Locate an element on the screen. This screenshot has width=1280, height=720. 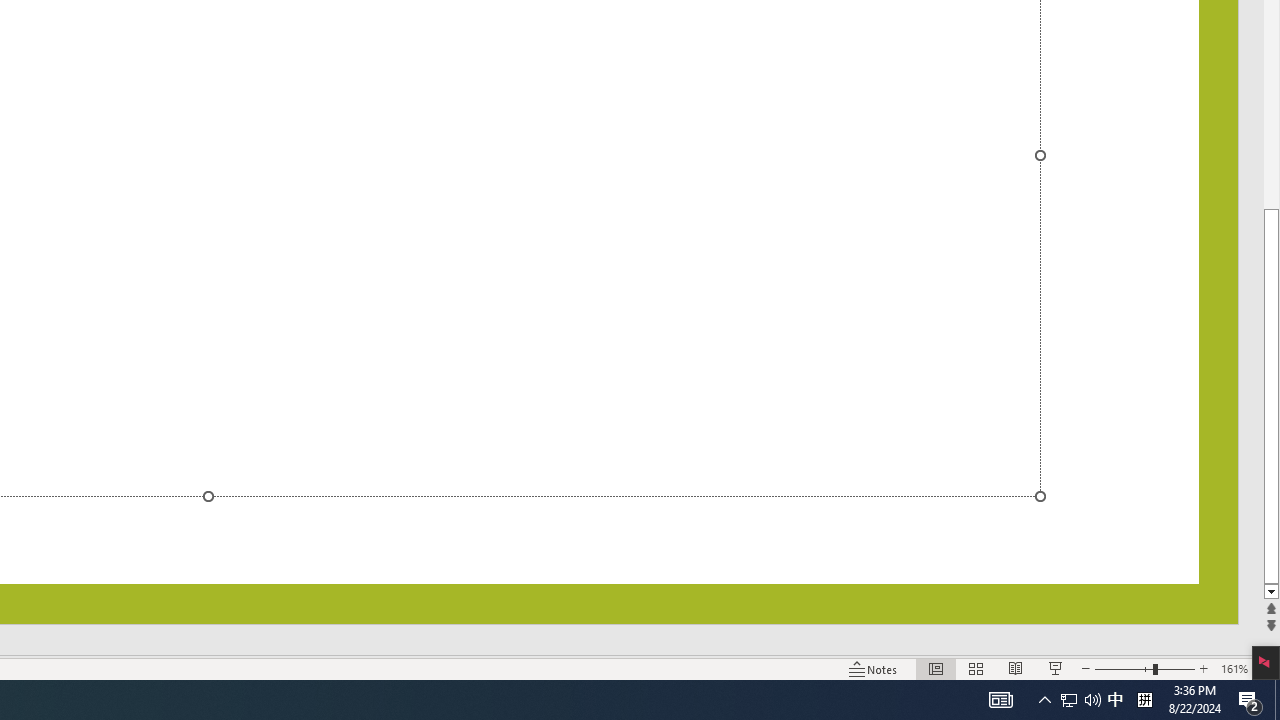
'Zoom 161%' is located at coordinates (1233, 669).